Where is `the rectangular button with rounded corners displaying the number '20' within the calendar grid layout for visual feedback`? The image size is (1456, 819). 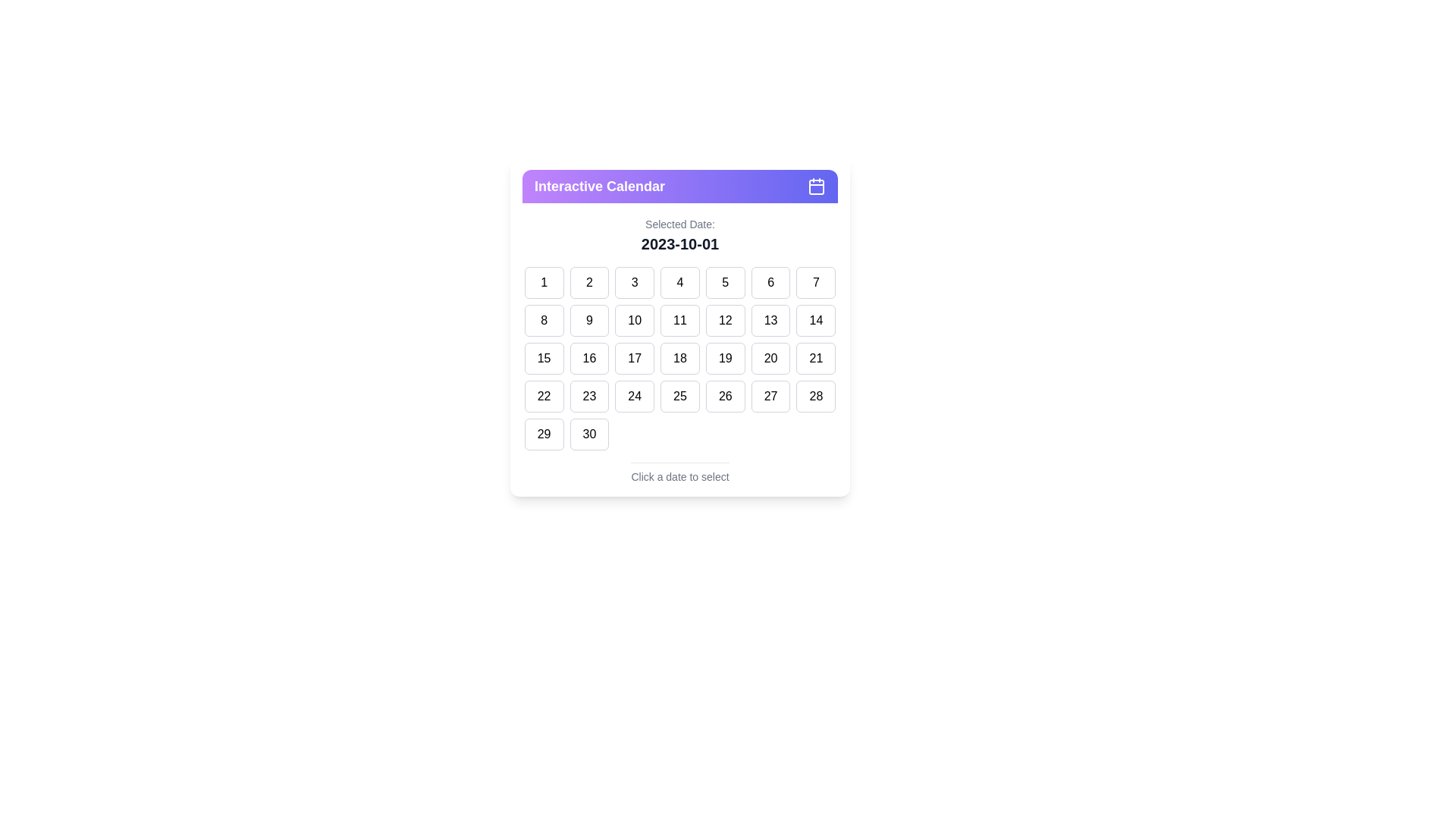
the rectangular button with rounded corners displaying the number '20' within the calendar grid layout for visual feedback is located at coordinates (770, 359).